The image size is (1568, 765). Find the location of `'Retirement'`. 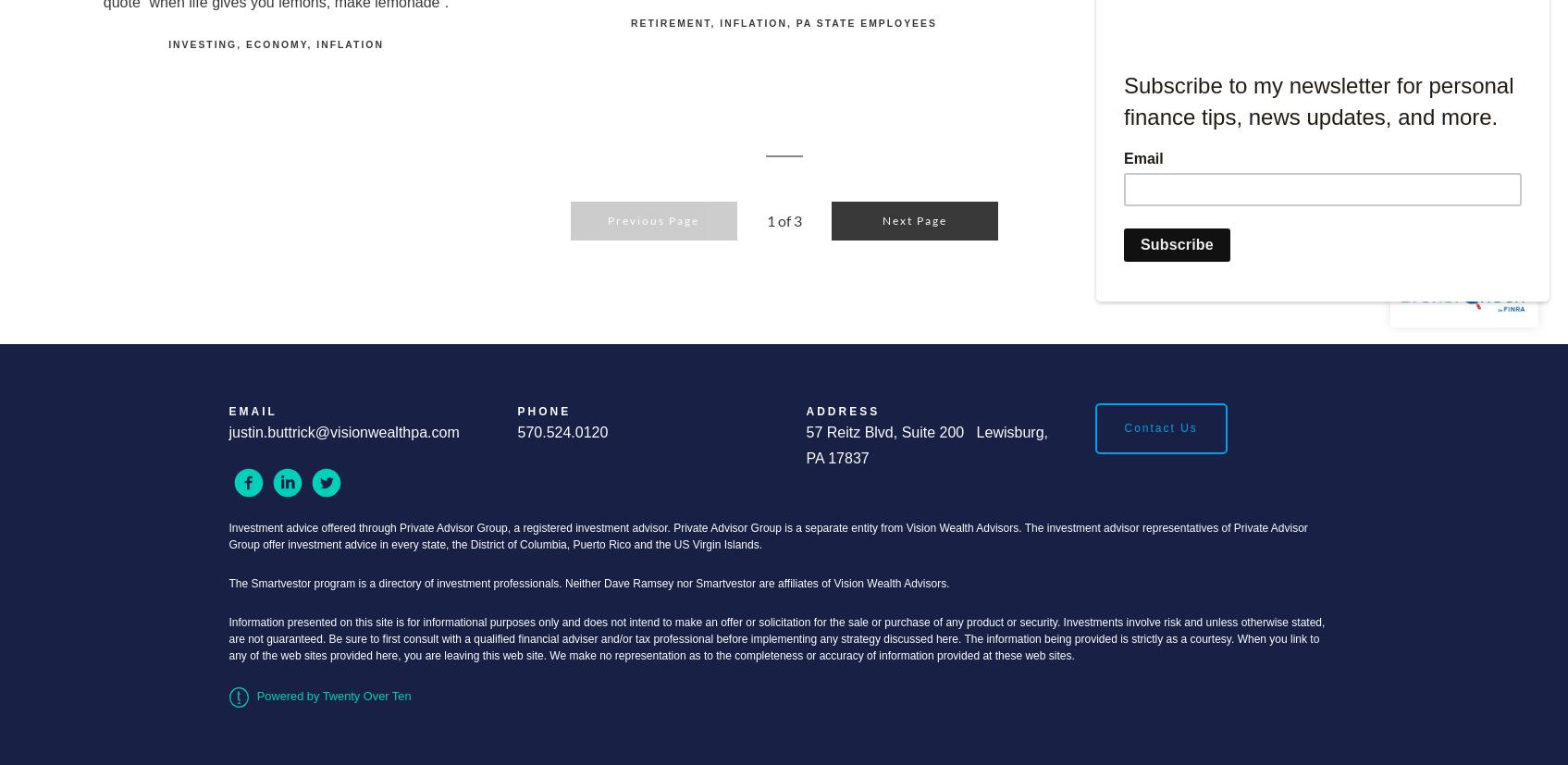

'Retirement' is located at coordinates (631, 22).